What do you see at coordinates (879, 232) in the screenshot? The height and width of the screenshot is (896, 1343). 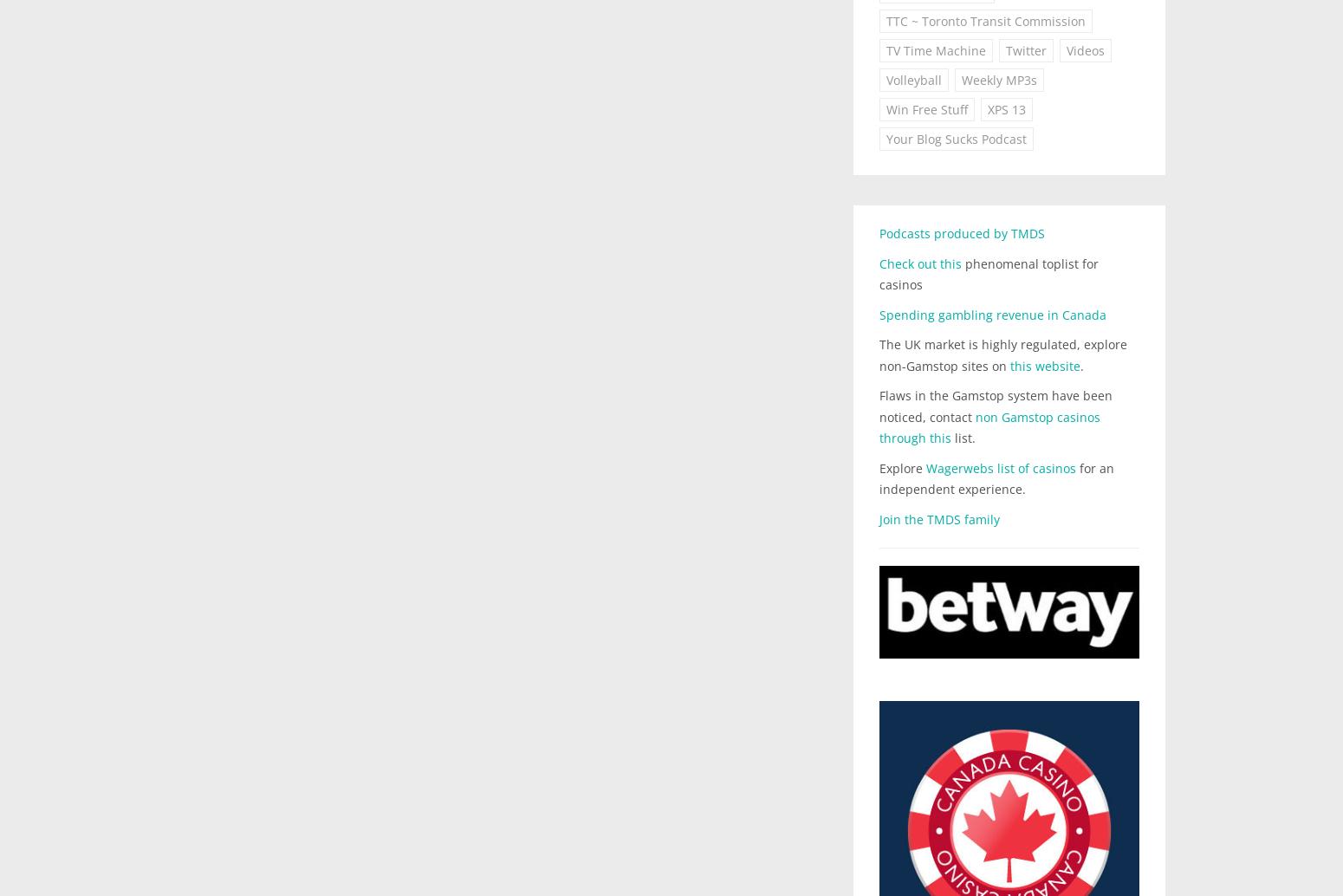 I see `'Podcasts produced by TMDS'` at bounding box center [879, 232].